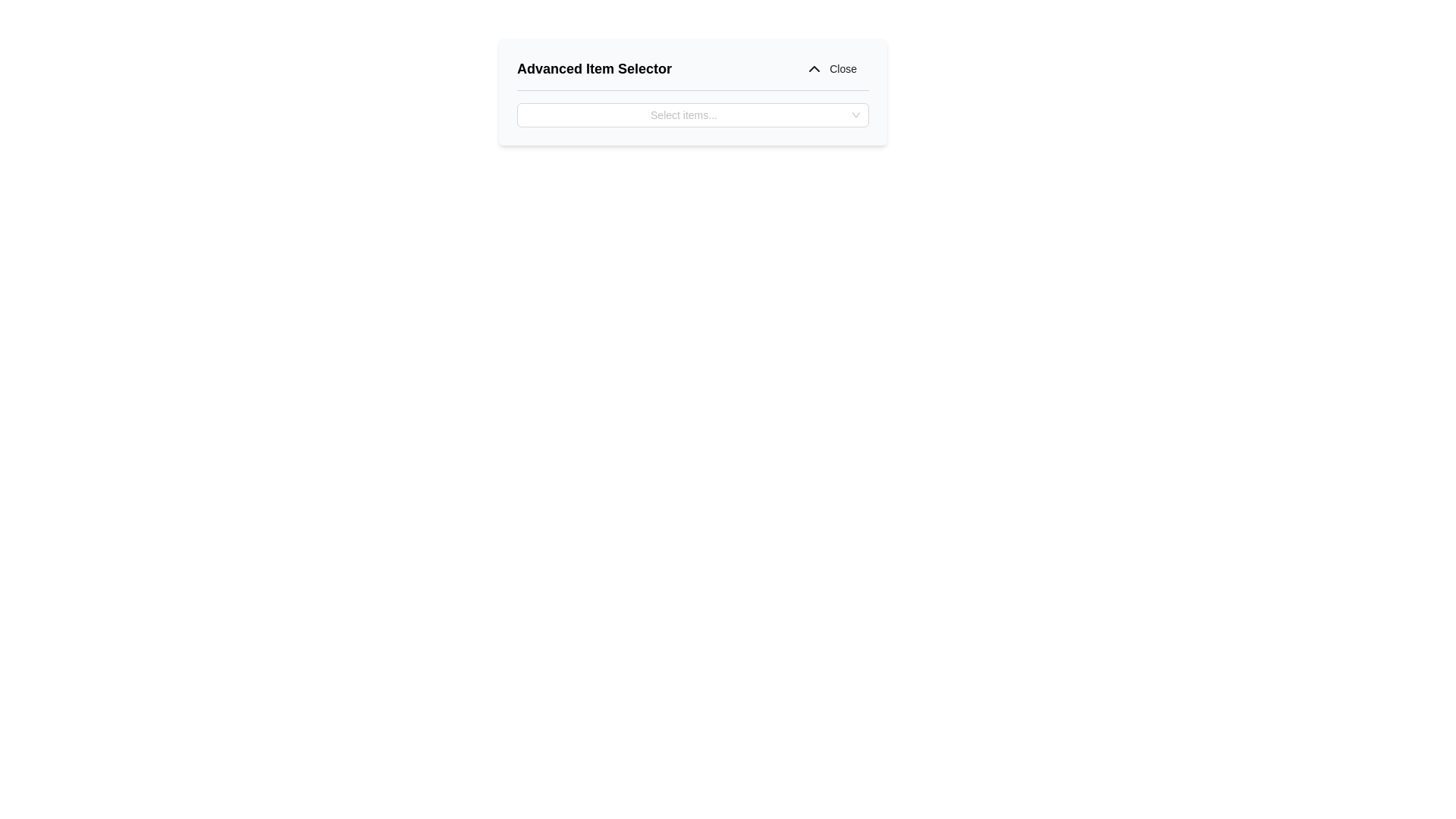  Describe the element at coordinates (692, 114) in the screenshot. I see `options from the dropdown menu located below the 'Advanced Item Selector' header, which supports multi-select and search capabilities` at that location.